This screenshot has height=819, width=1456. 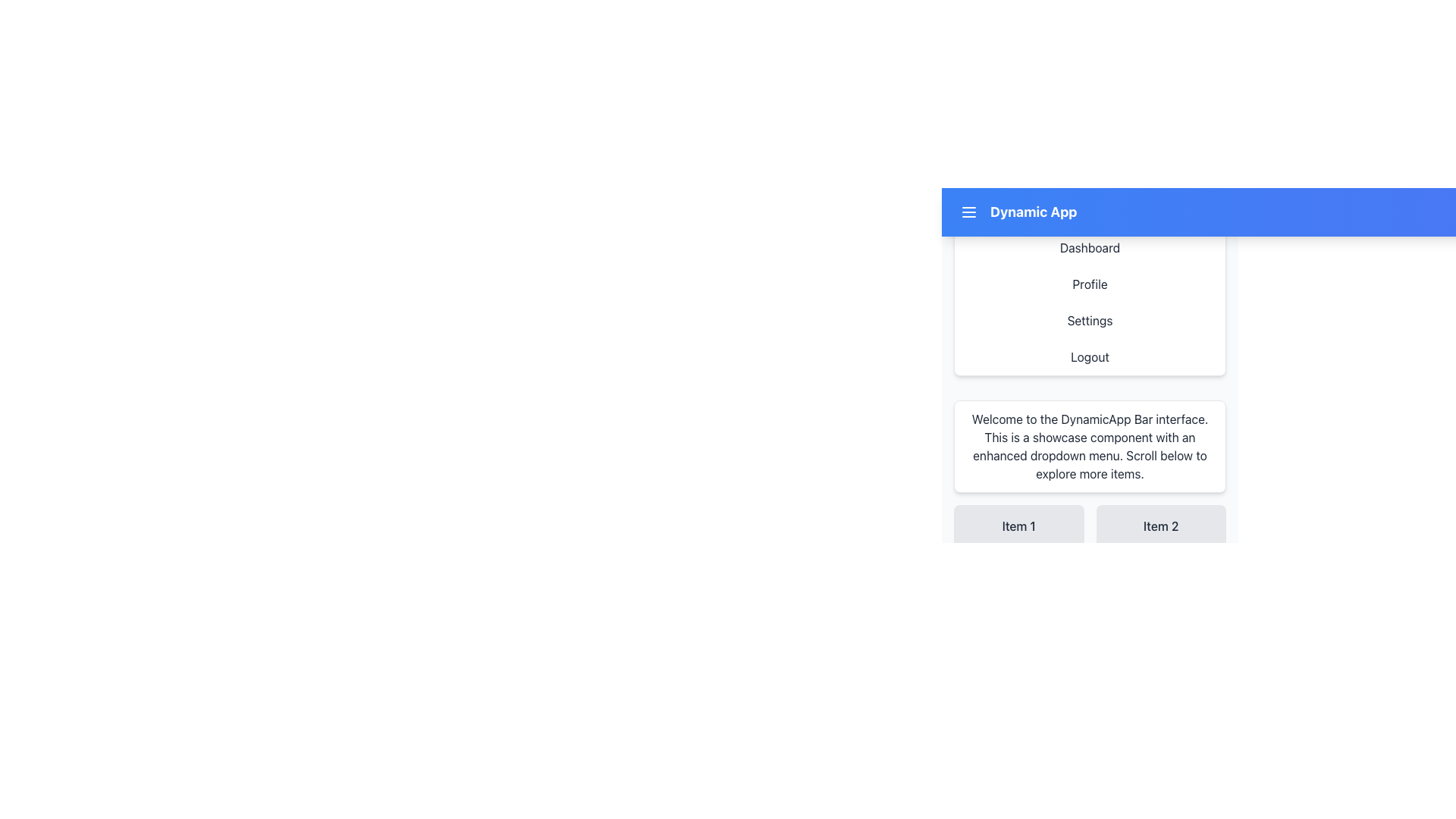 I want to click on the 'Profile' option in the dropdown menu, so click(x=1089, y=281).